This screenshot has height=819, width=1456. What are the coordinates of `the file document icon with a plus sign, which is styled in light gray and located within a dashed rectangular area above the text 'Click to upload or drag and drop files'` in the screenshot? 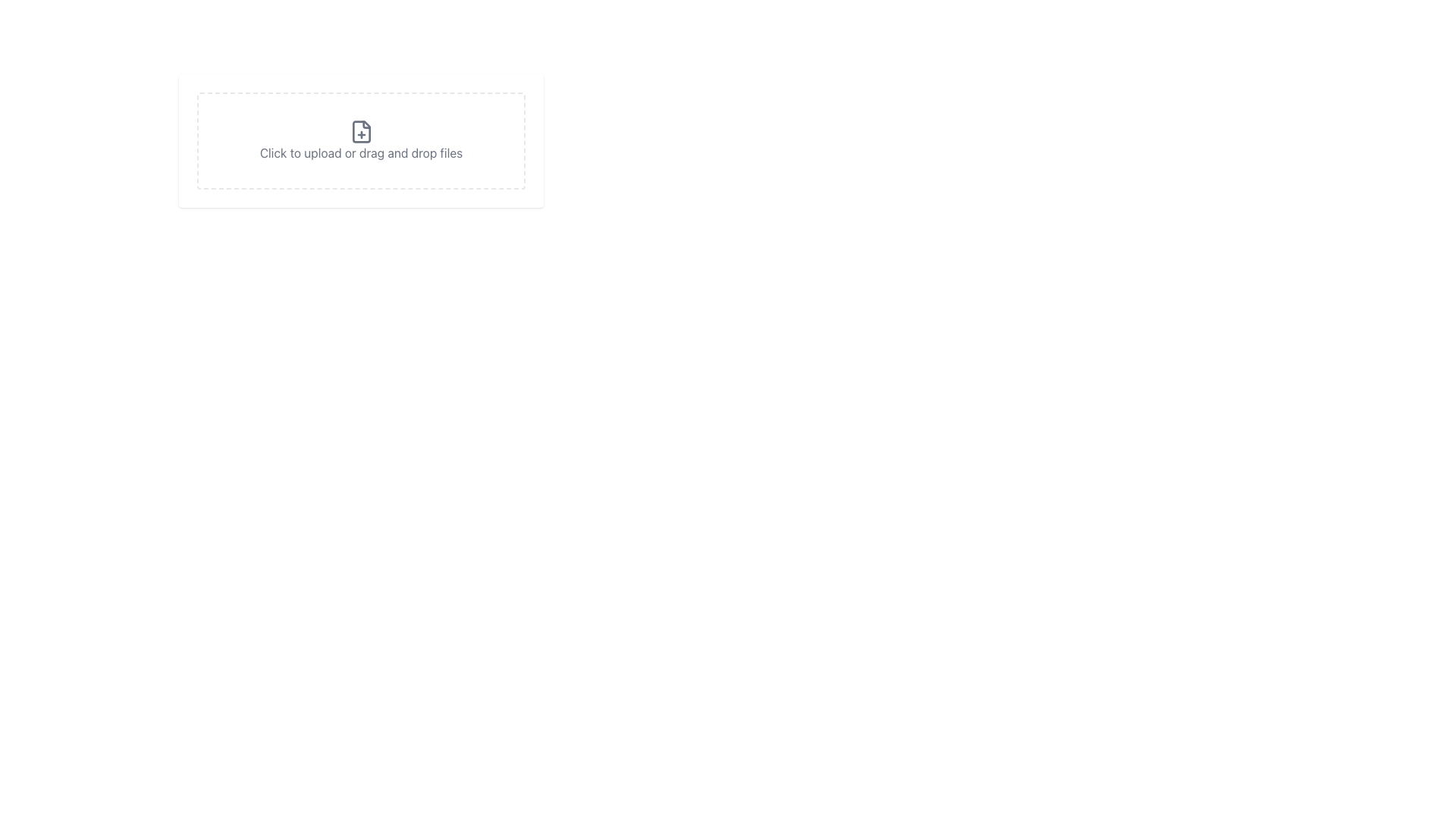 It's located at (360, 130).